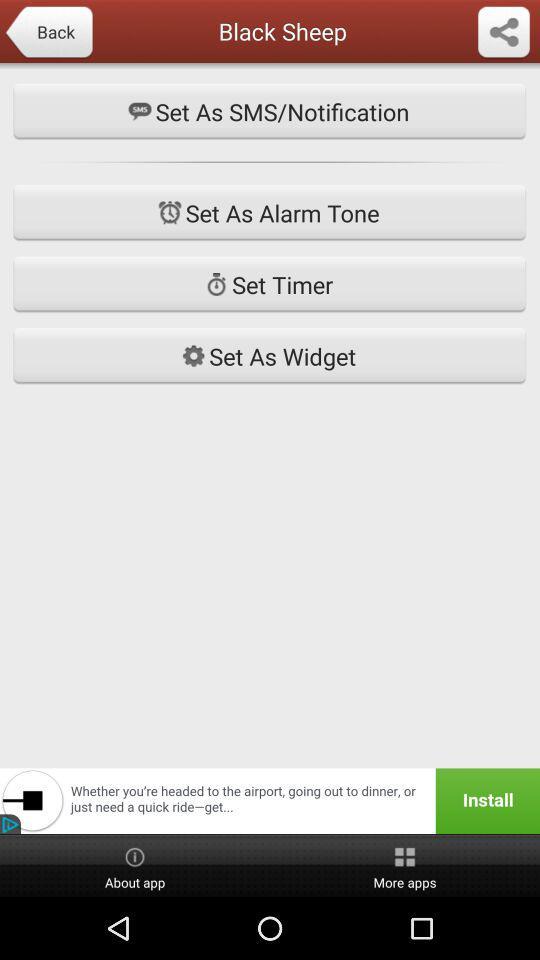  Describe the element at coordinates (405, 865) in the screenshot. I see `the more apps button` at that location.